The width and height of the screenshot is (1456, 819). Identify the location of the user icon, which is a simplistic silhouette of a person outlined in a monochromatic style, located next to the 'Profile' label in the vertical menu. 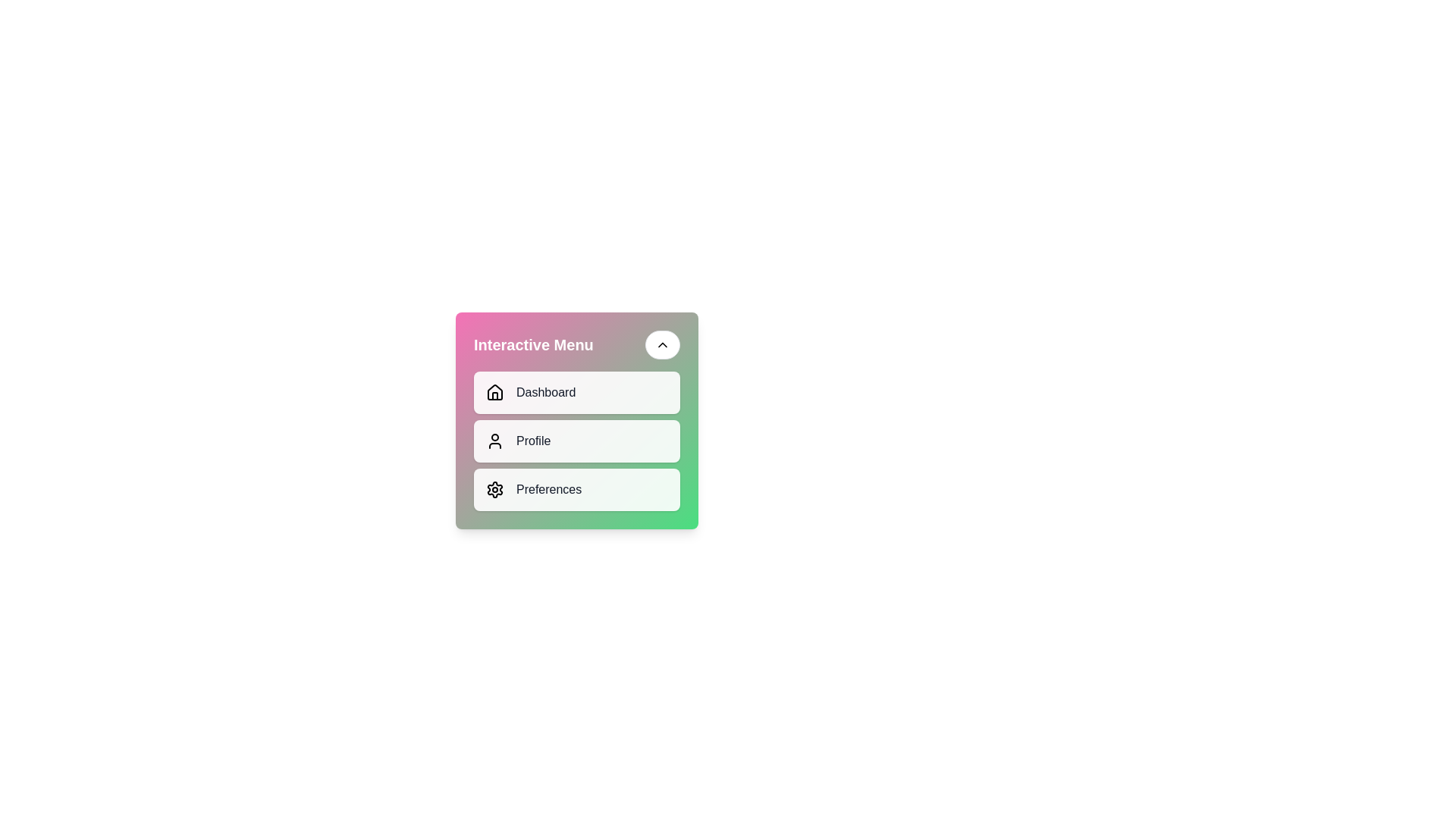
(494, 441).